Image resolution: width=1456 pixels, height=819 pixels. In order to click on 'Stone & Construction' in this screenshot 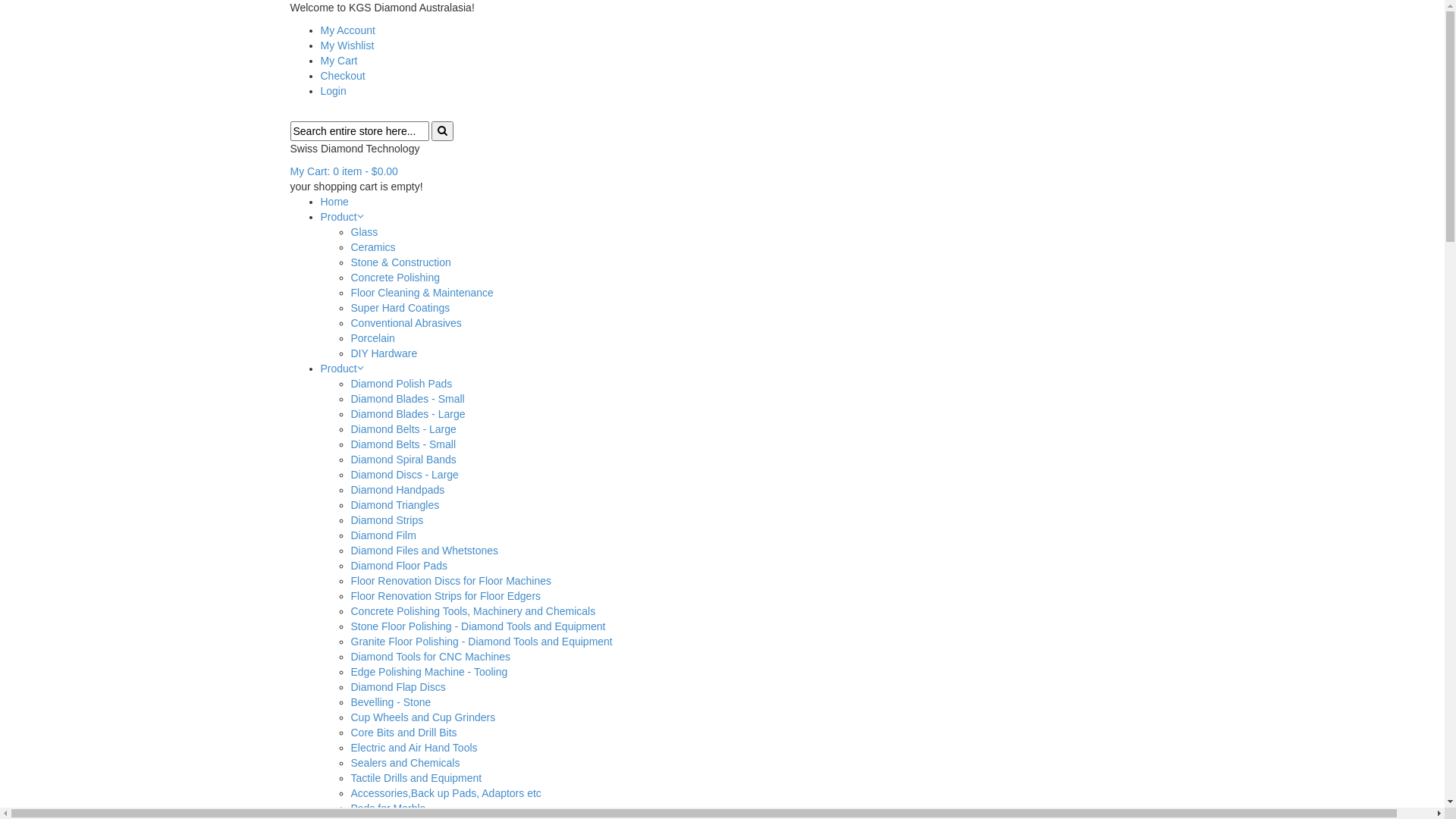, I will do `click(400, 262)`.